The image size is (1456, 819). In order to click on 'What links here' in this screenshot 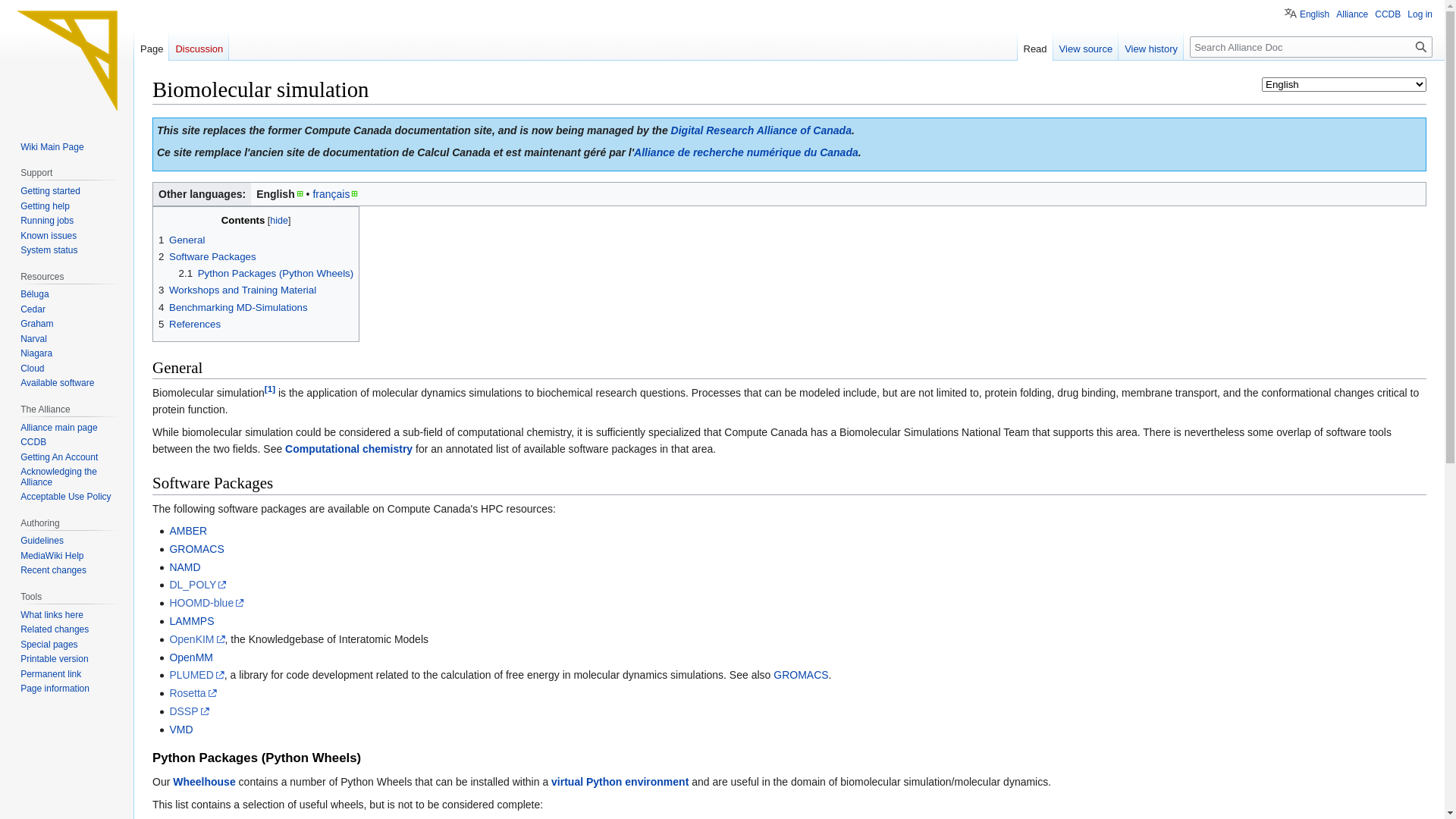, I will do `click(52, 614)`.